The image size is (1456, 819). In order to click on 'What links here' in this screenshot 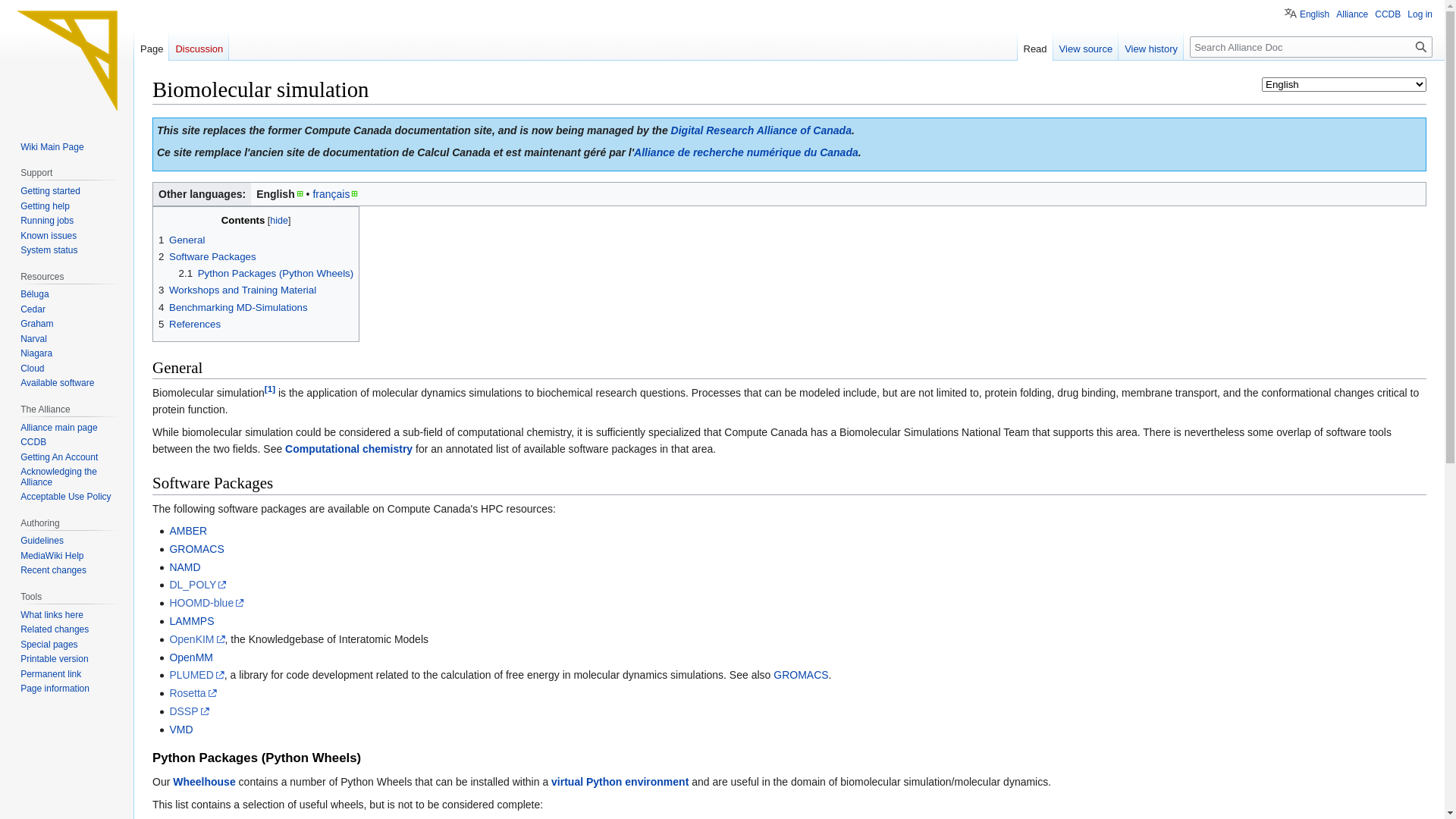, I will do `click(52, 614)`.